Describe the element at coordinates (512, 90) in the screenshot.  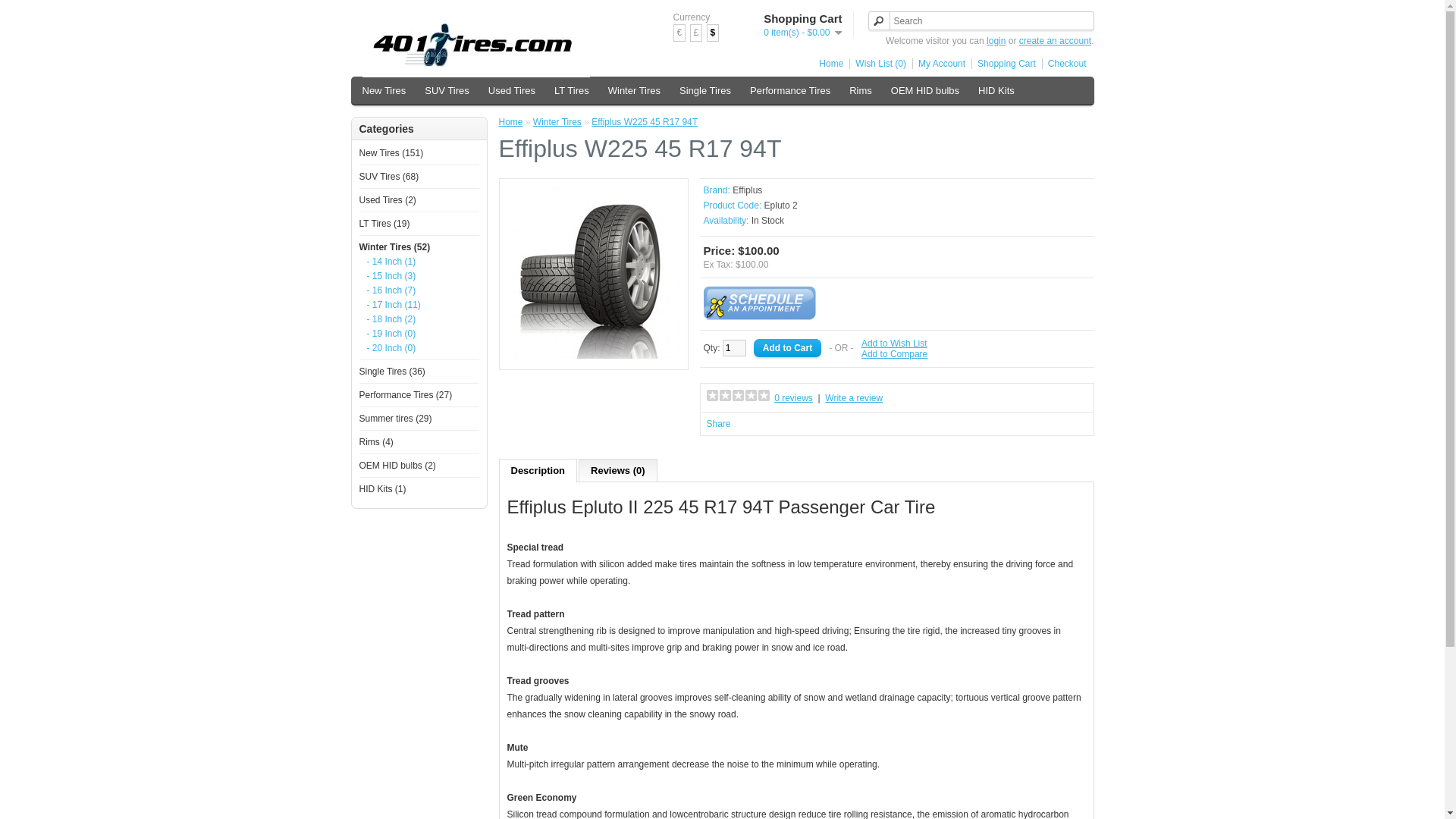
I see `'Used Tires'` at that location.